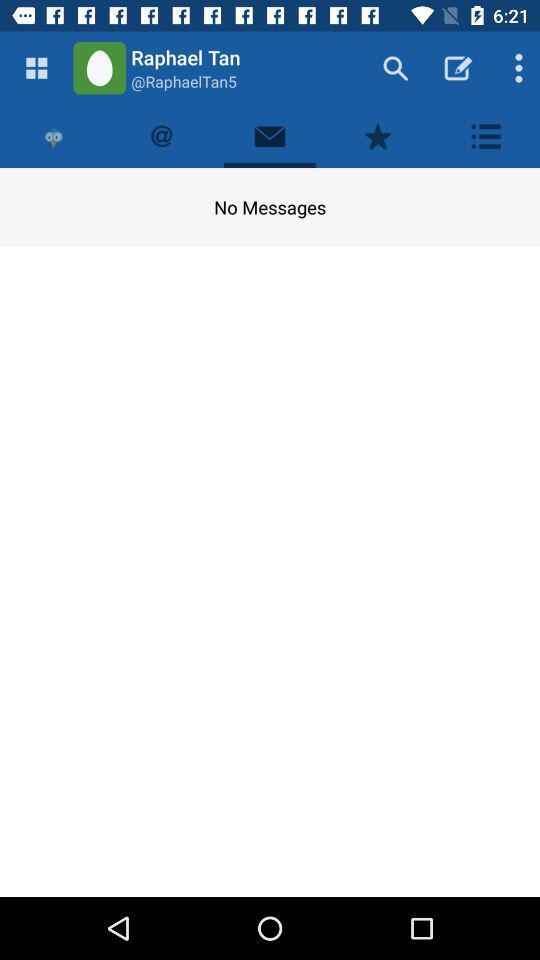 The height and width of the screenshot is (960, 540). What do you see at coordinates (270, 135) in the screenshot?
I see `inbox of mail` at bounding box center [270, 135].